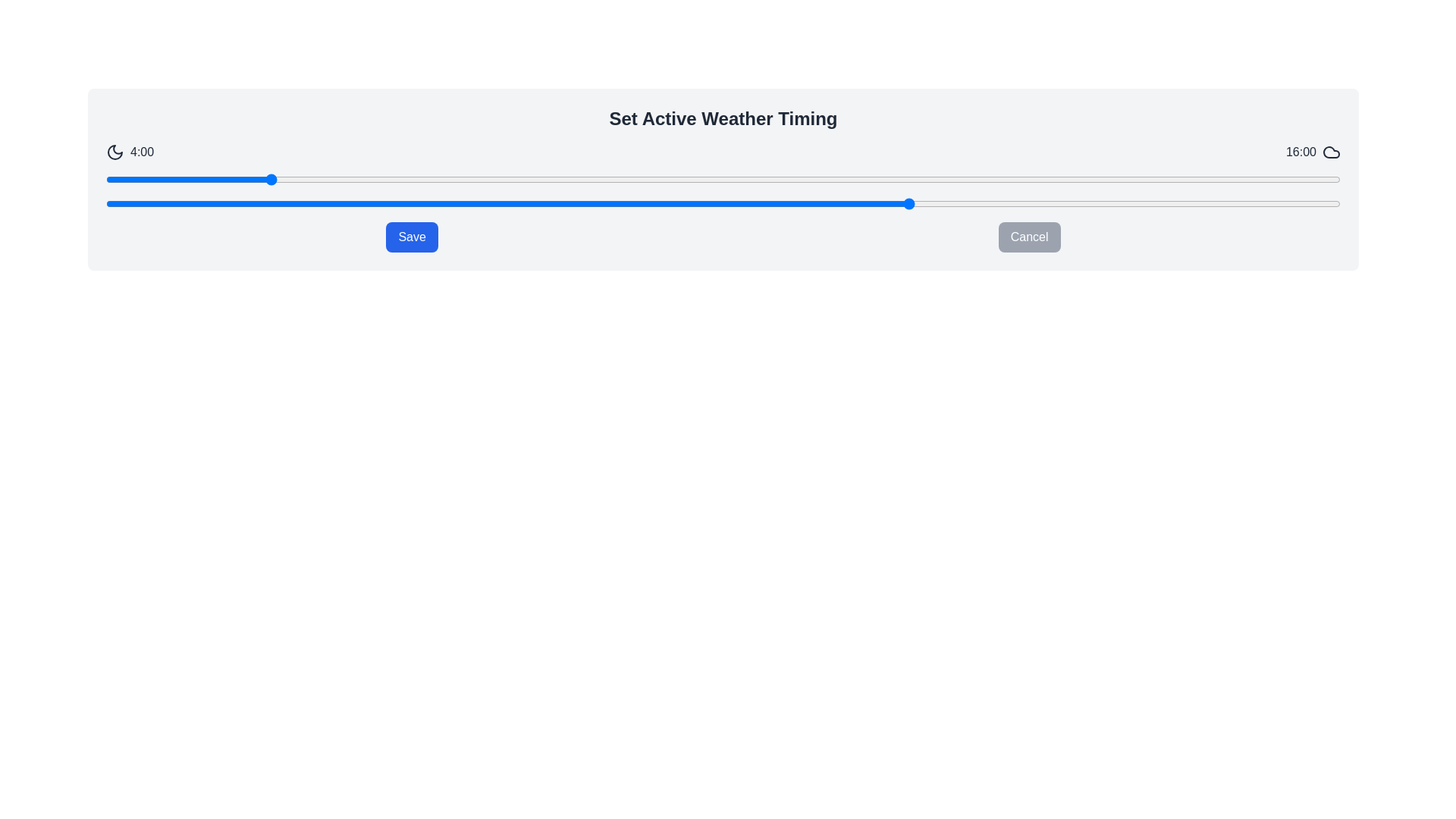 The image size is (1456, 819). I want to click on the weather or time indicator icon located next to the text '16:00' in the top-right corner of the main interface area, so click(1331, 152).